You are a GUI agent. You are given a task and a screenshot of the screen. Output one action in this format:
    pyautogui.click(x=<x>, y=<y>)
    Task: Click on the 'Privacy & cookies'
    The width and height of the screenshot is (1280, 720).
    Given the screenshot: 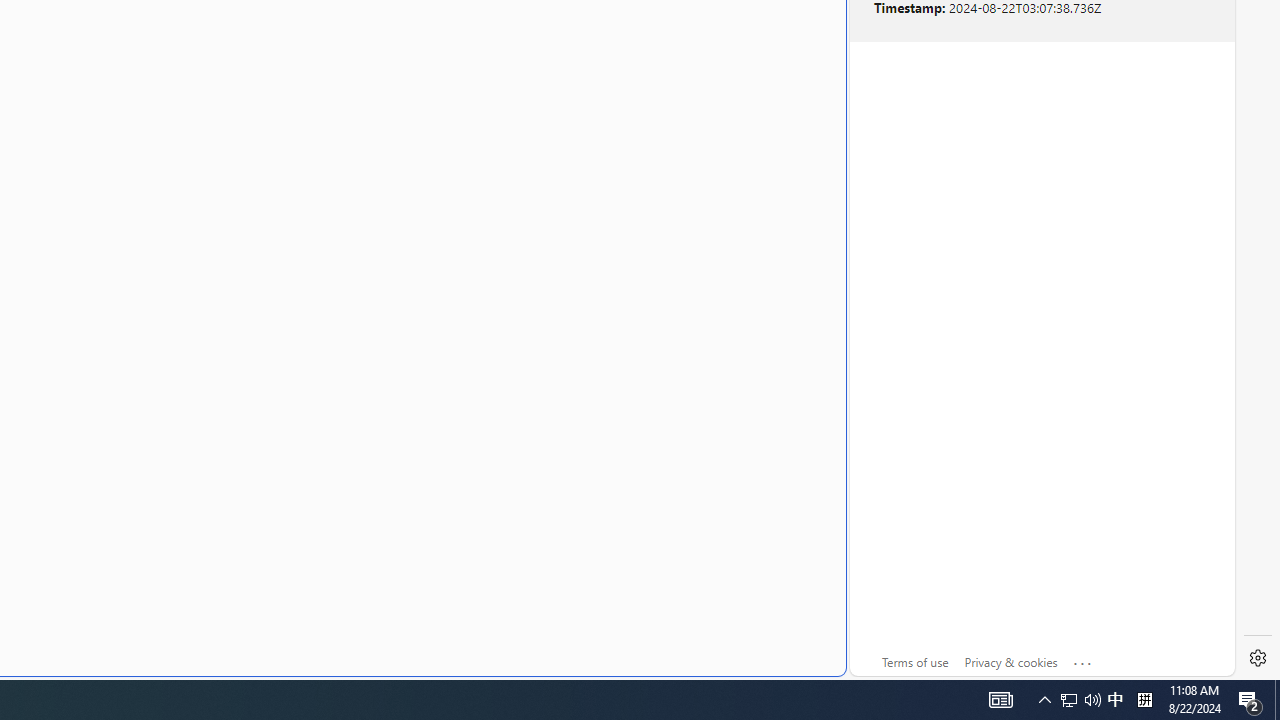 What is the action you would take?
    pyautogui.click(x=1011, y=662)
    